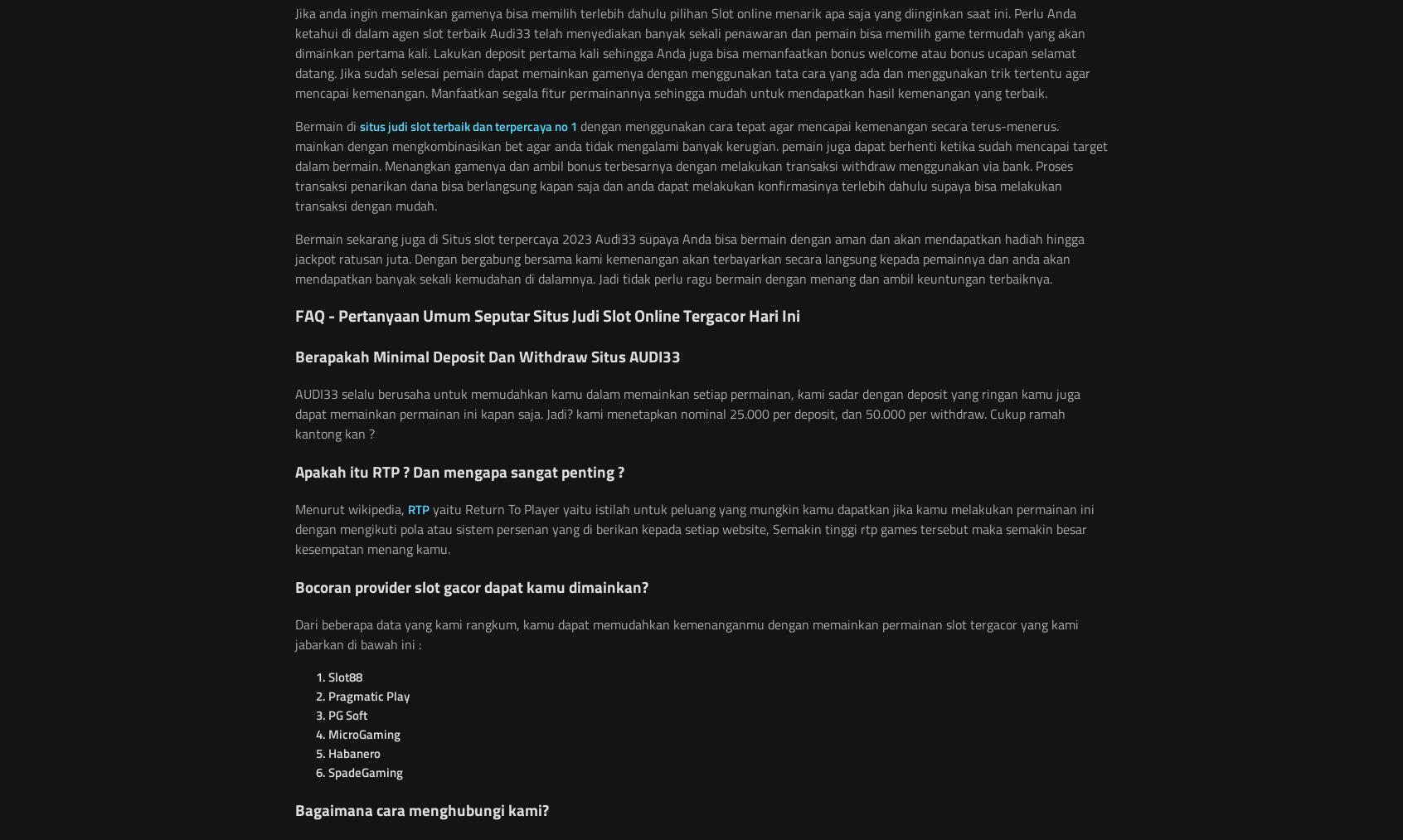 The height and width of the screenshot is (840, 1403). Describe the element at coordinates (687, 634) in the screenshot. I see `'Dari beberapa data yang kami rangkum, kamu dapat memudahkan kemenanganmu dengan memainkan permainan slot tergacor yang kami jabarkan di bawah ini :'` at that location.